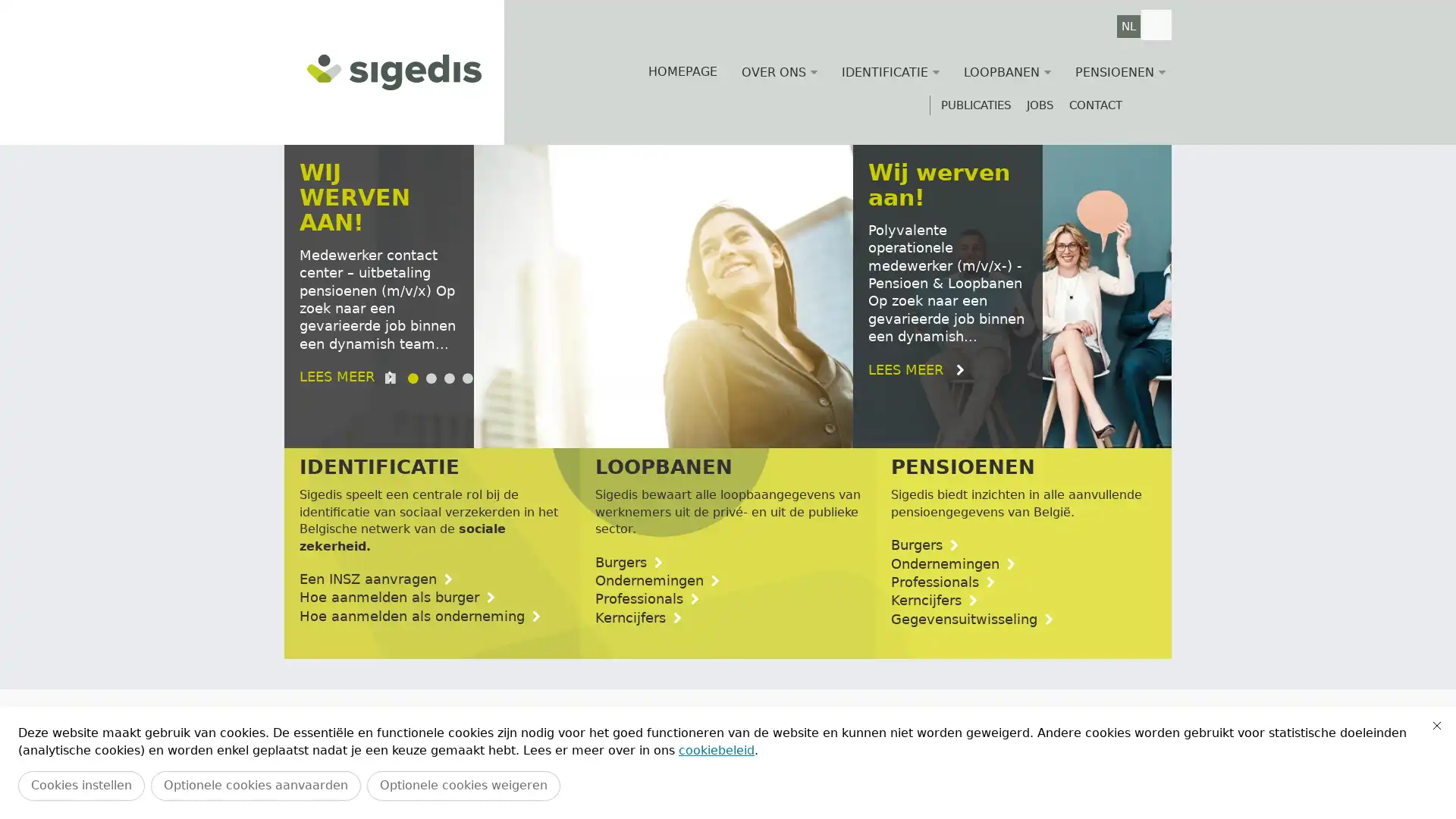  What do you see at coordinates (322, 772) in the screenshot?
I see `Previous` at bounding box center [322, 772].